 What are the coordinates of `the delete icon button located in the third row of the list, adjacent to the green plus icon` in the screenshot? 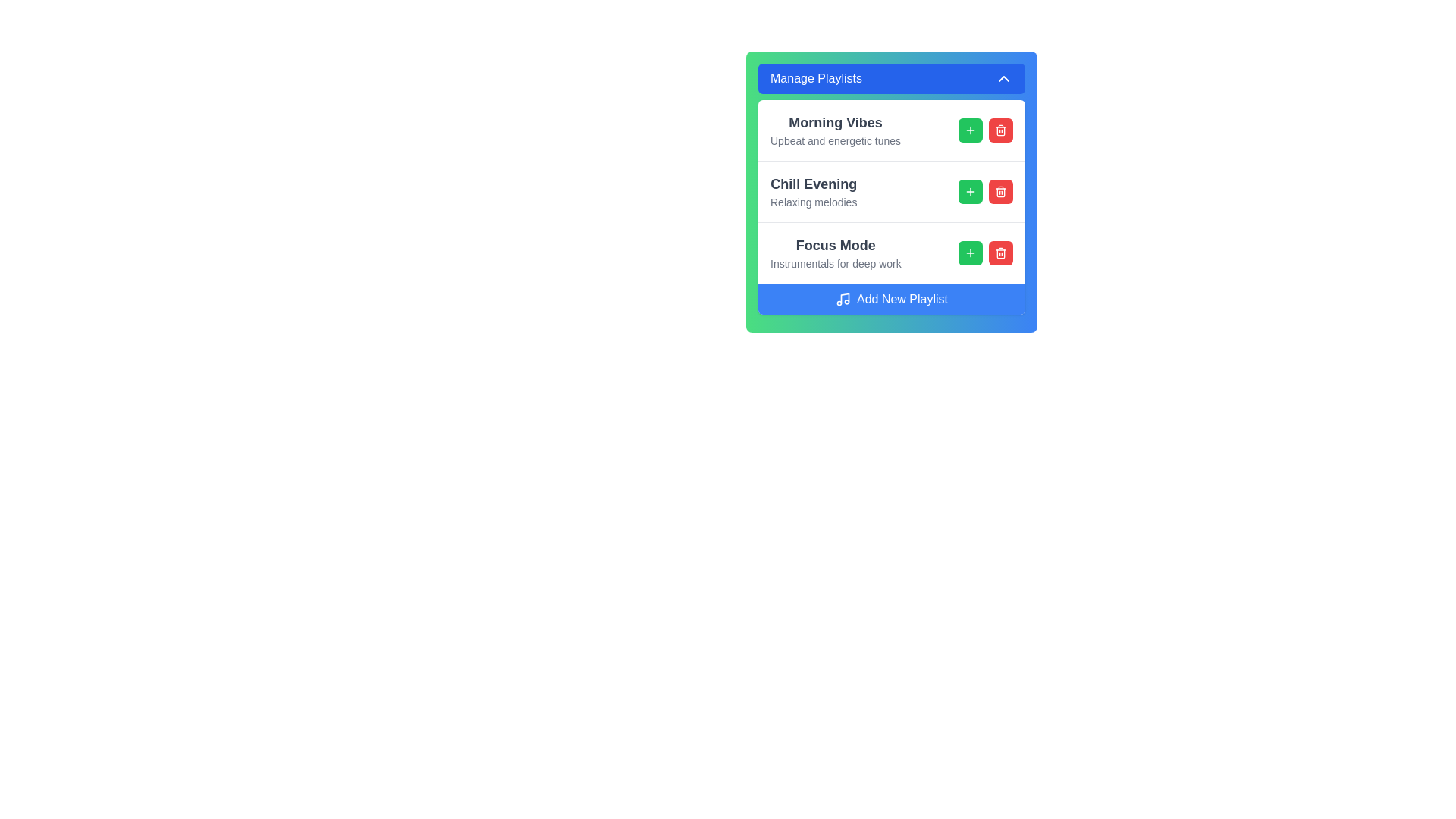 It's located at (1001, 253).